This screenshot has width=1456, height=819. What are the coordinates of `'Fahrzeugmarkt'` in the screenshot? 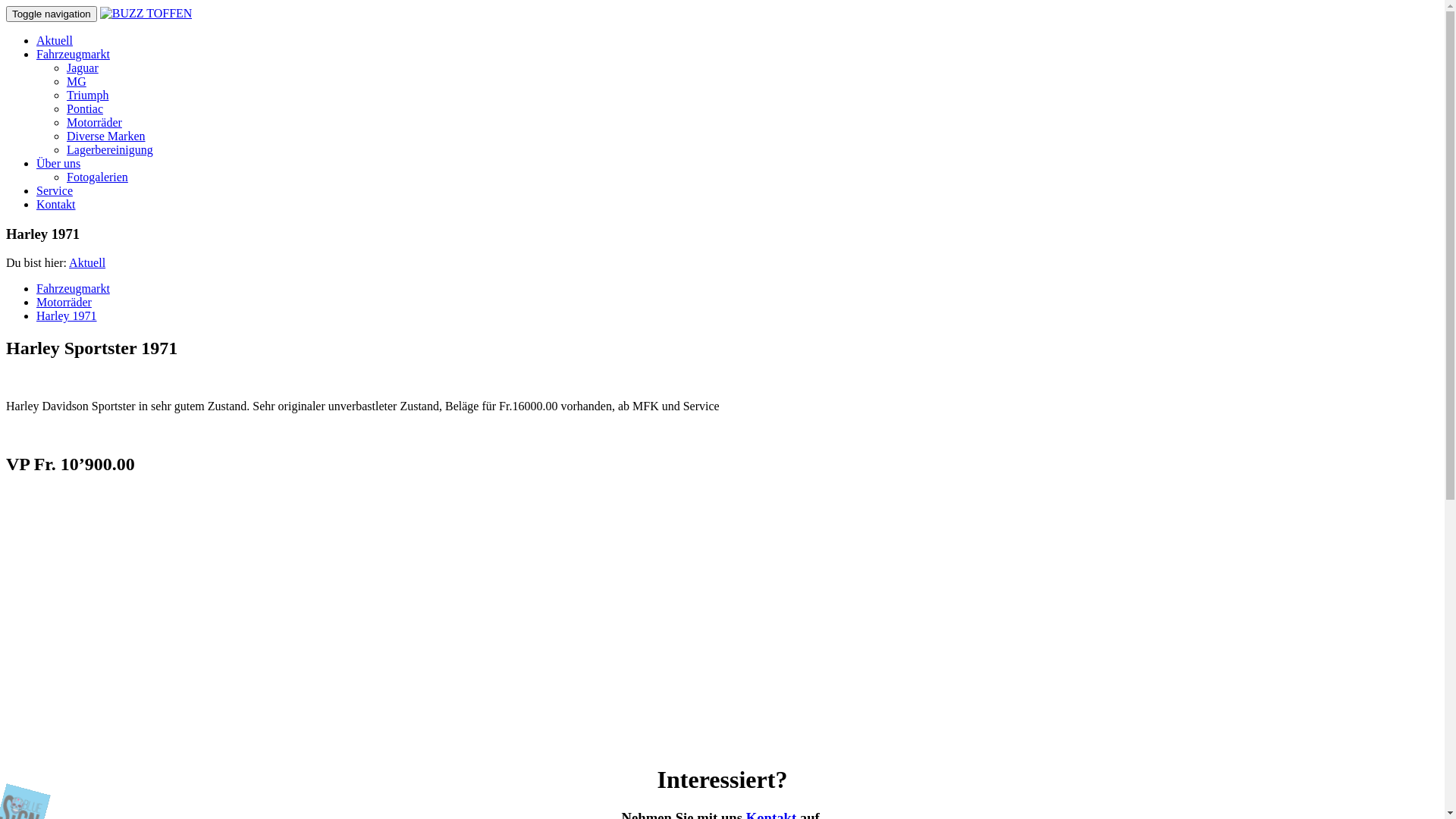 It's located at (72, 288).